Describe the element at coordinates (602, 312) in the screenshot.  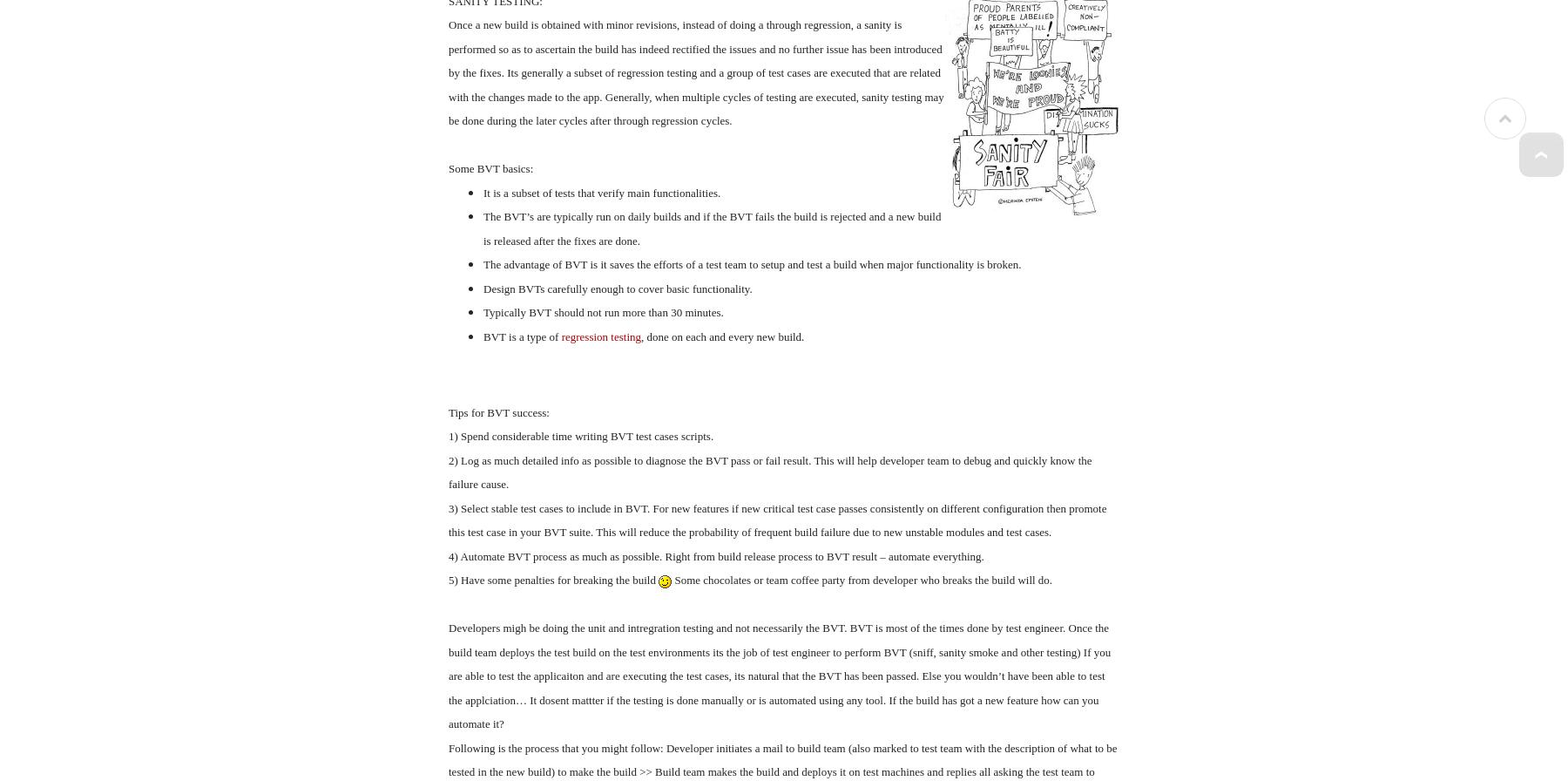
I see `'Typically BVT should not run more than 30 minutes.'` at that location.